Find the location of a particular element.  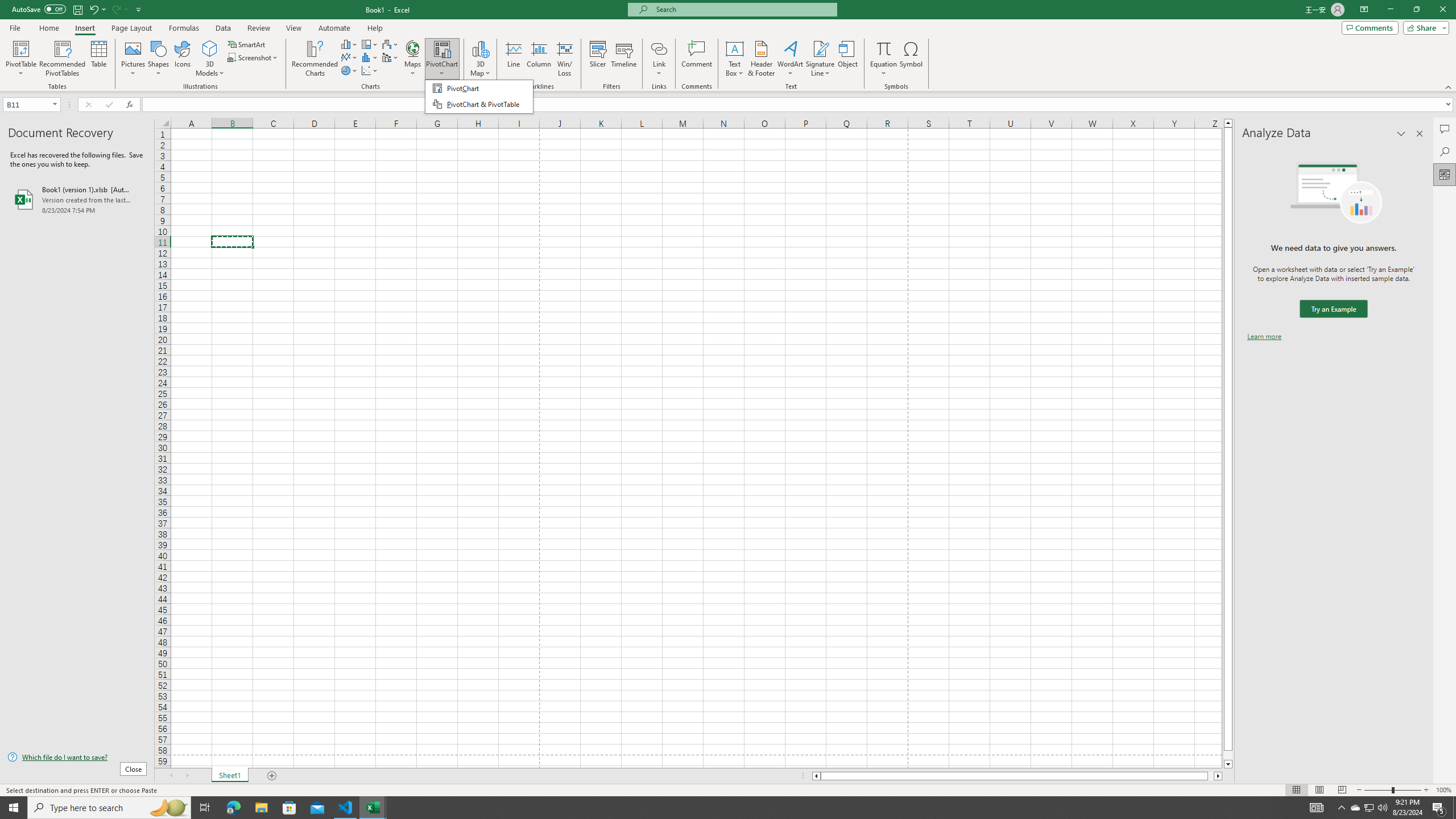

'Action Center, 5 new notifications' is located at coordinates (1439, 806).